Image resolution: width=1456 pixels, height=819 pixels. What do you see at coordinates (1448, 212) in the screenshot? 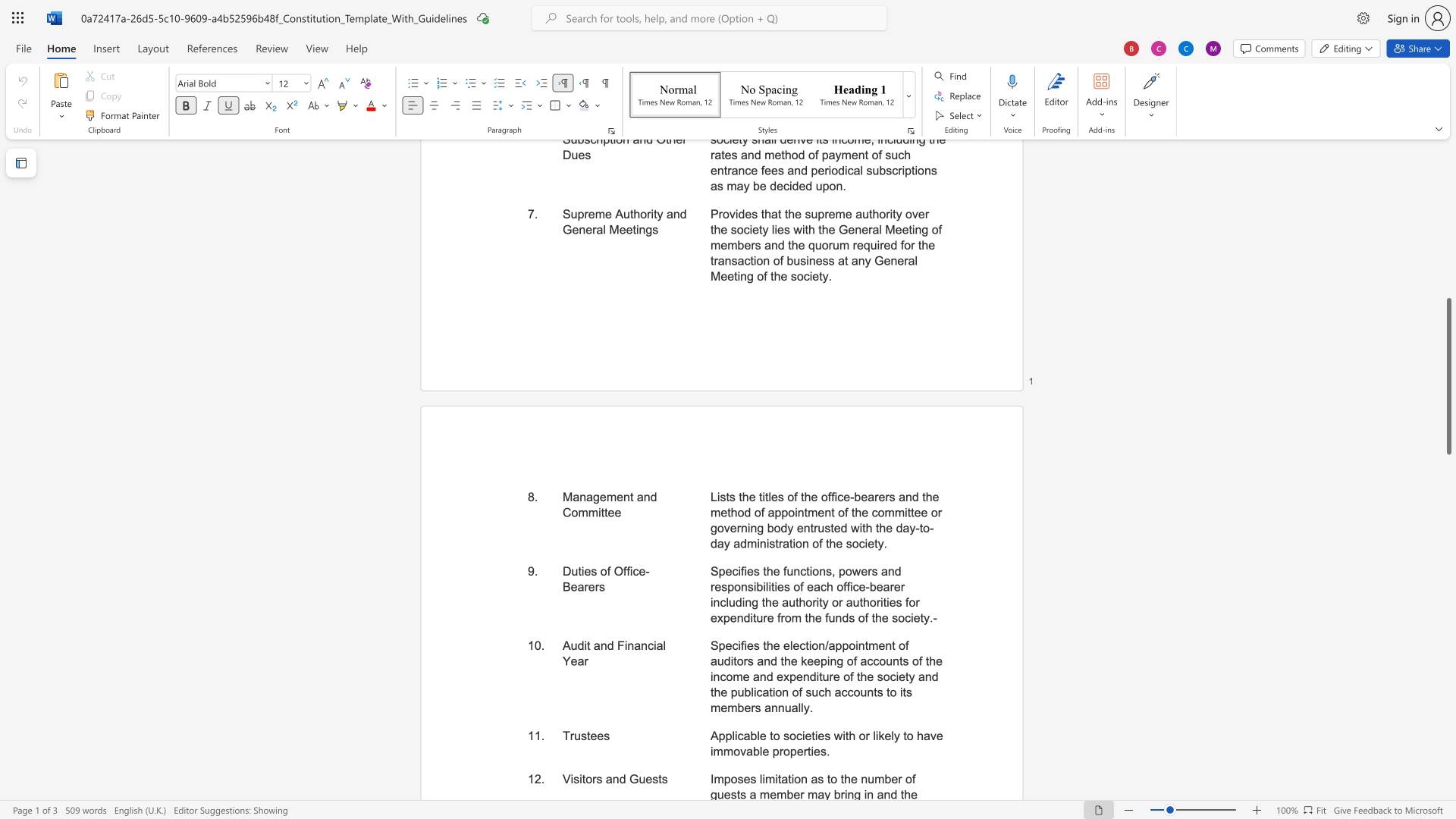
I see `the scrollbar to scroll the page up` at bounding box center [1448, 212].